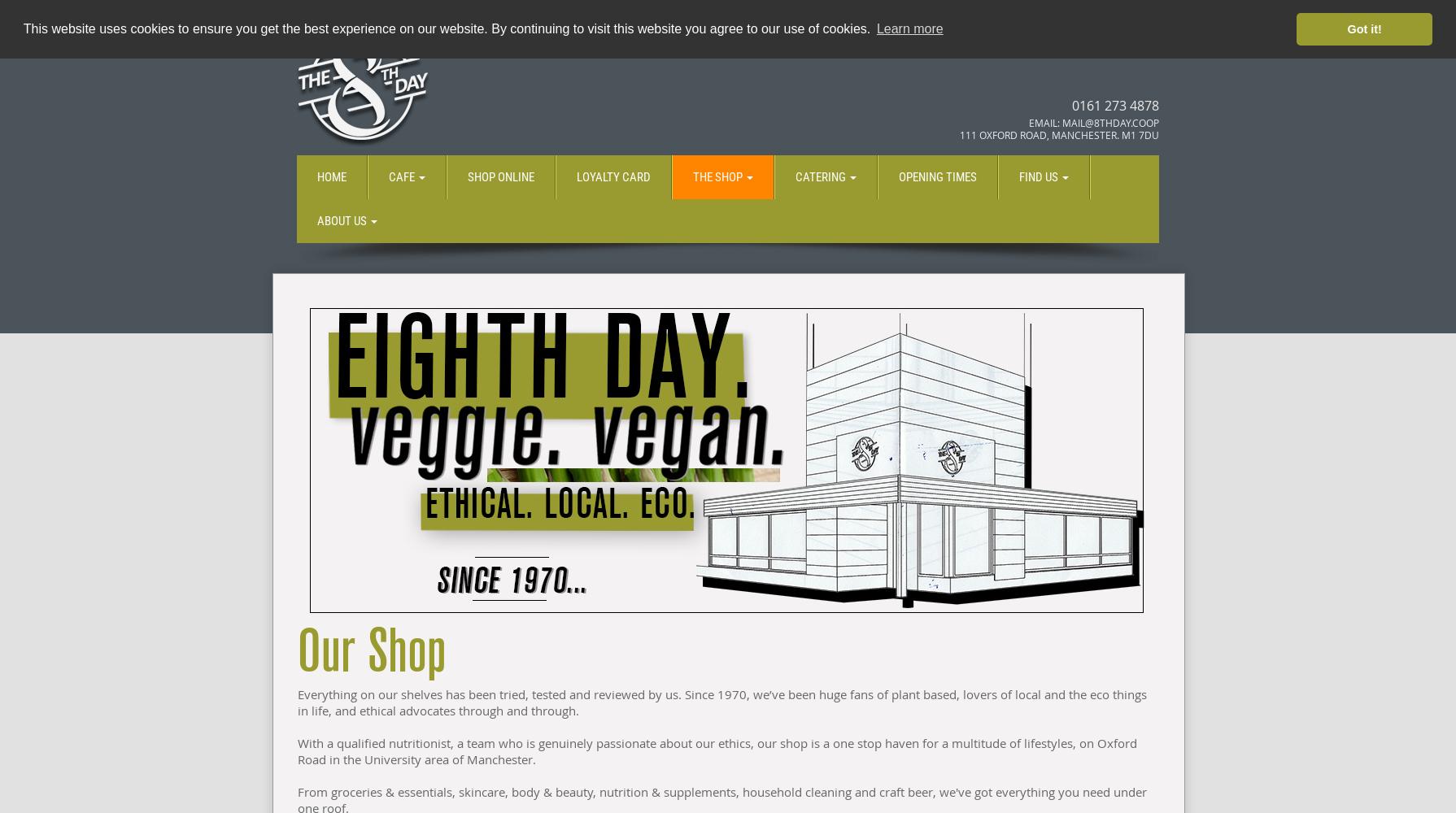 This screenshot has width=1456, height=813. I want to click on 'Our Shop', so click(371, 651).